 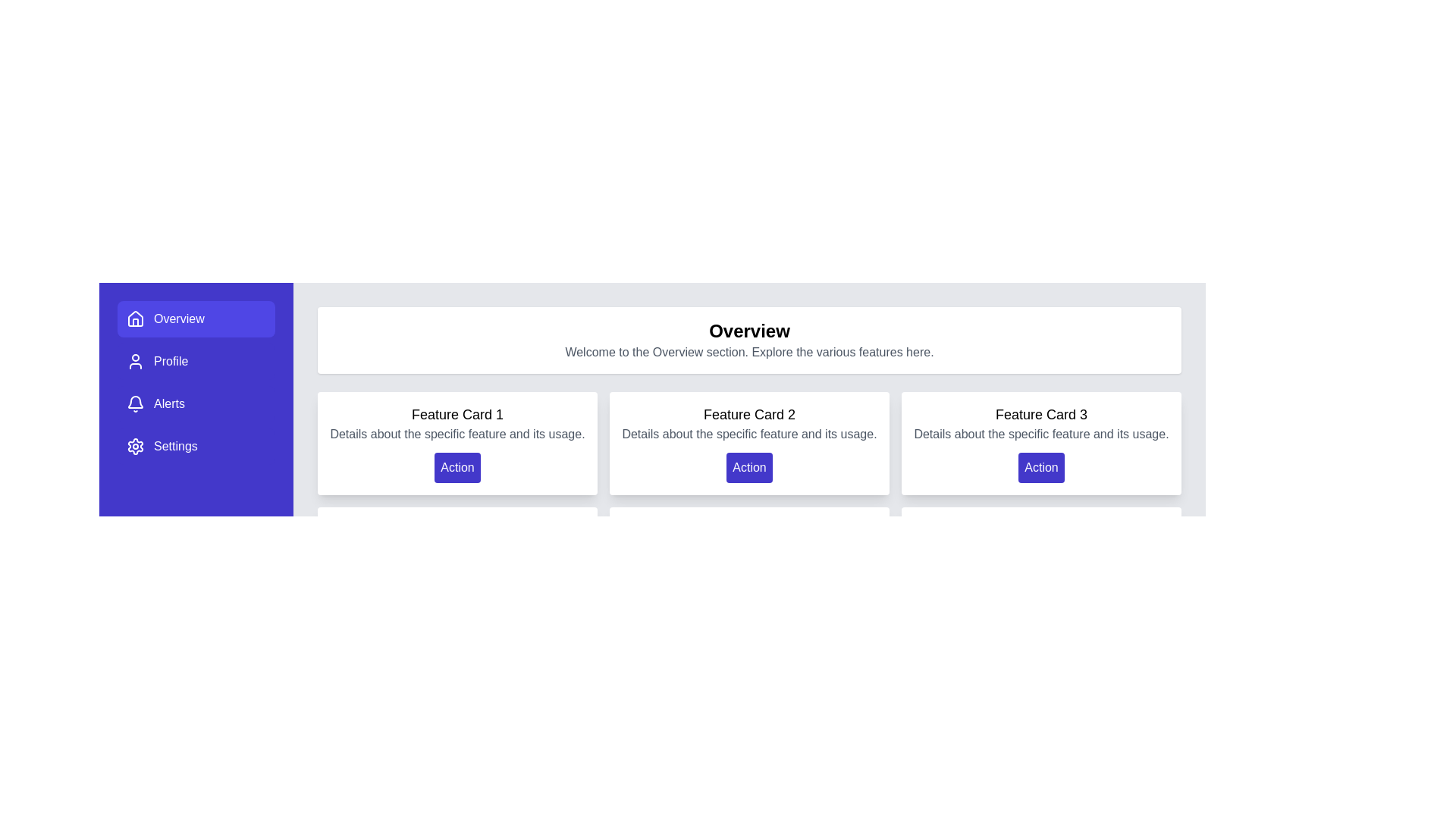 What do you see at coordinates (169, 403) in the screenshot?
I see `the 'Alerts' text label element, which is styled with a bold font and is located in the vertical navigation bar on the left side of the interface, adjacent to a bell-shaped icon` at bounding box center [169, 403].